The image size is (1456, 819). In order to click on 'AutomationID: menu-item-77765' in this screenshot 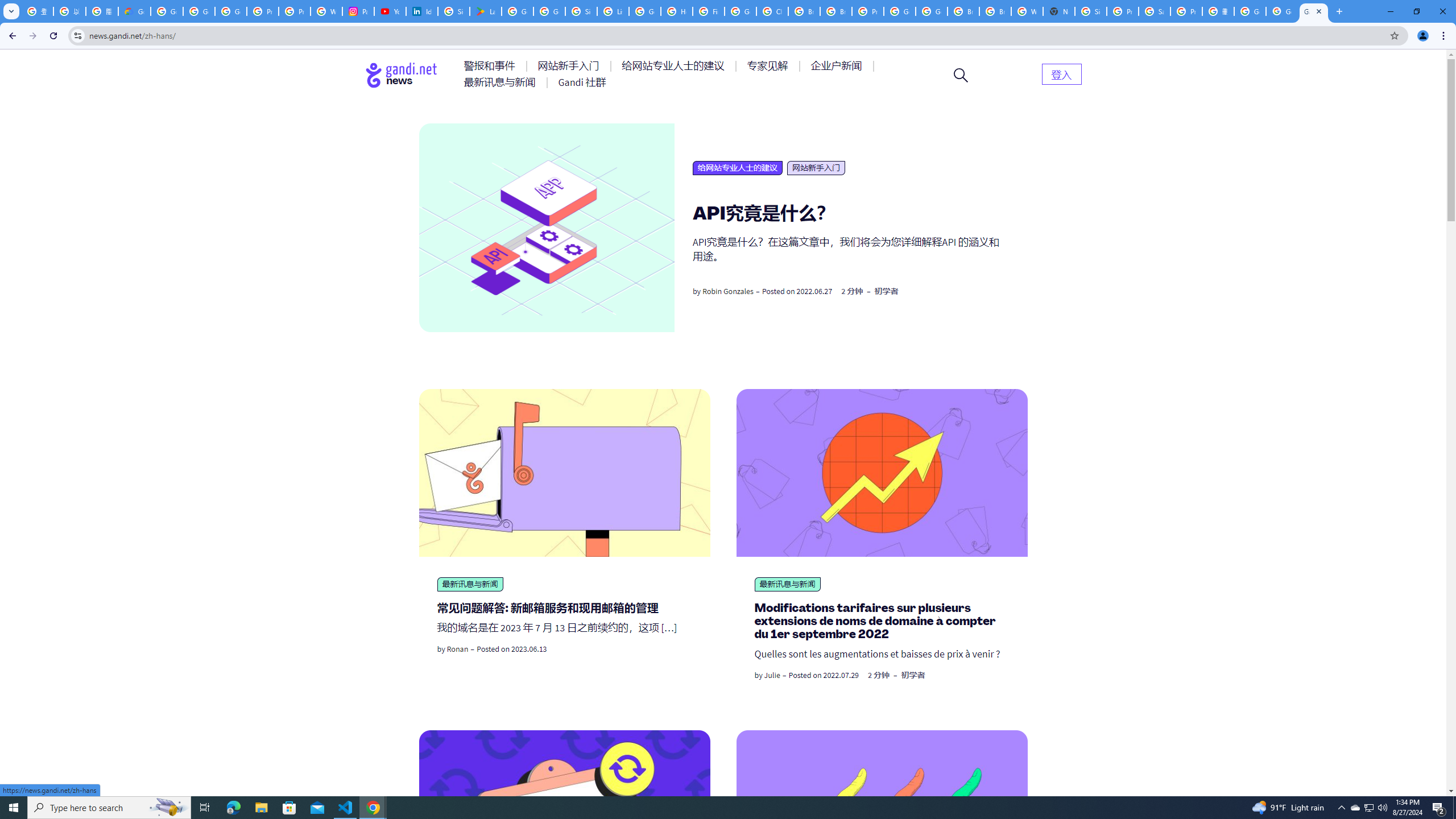, I will do `click(838, 65)`.